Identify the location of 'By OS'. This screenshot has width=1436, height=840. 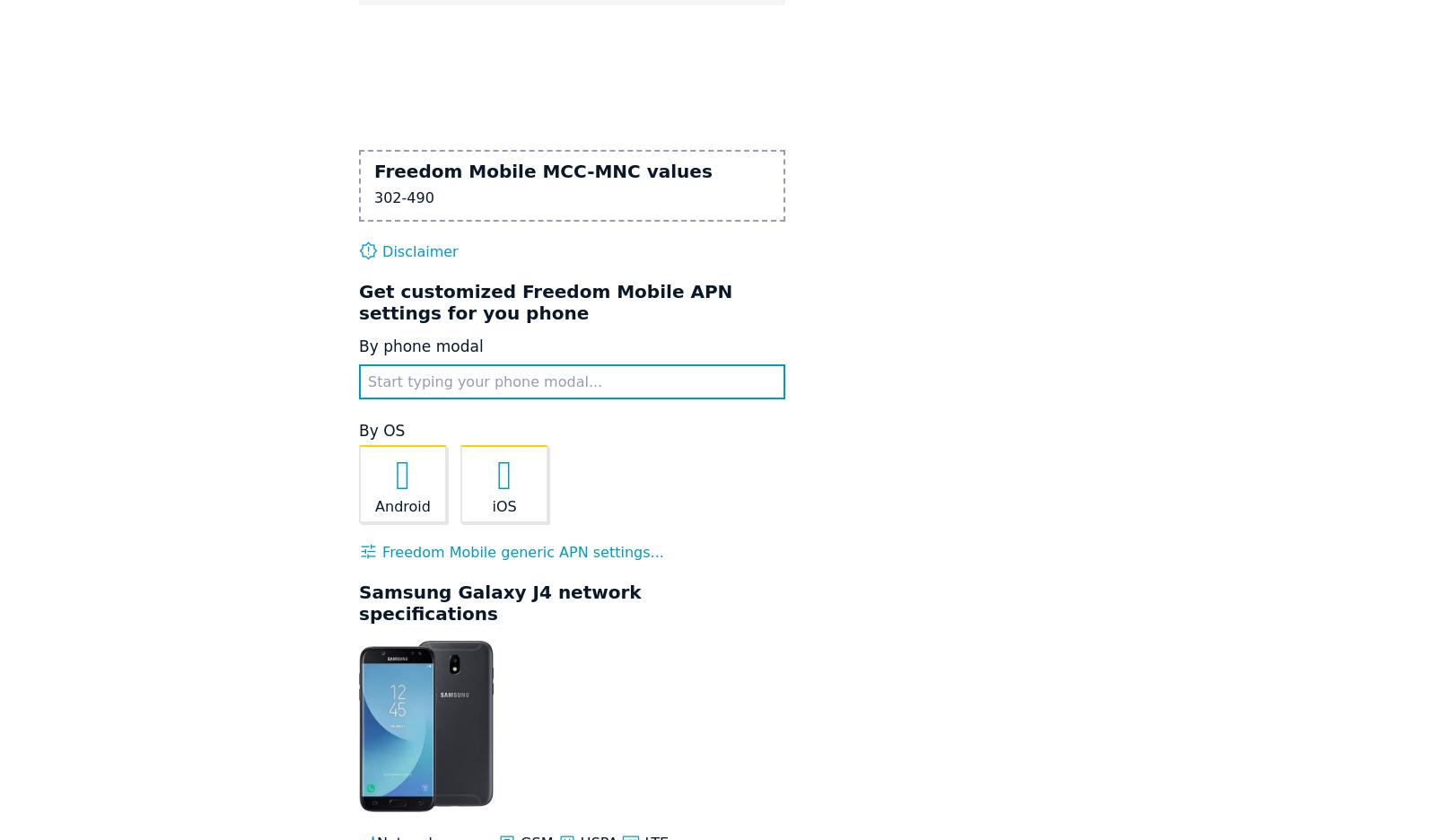
(381, 429).